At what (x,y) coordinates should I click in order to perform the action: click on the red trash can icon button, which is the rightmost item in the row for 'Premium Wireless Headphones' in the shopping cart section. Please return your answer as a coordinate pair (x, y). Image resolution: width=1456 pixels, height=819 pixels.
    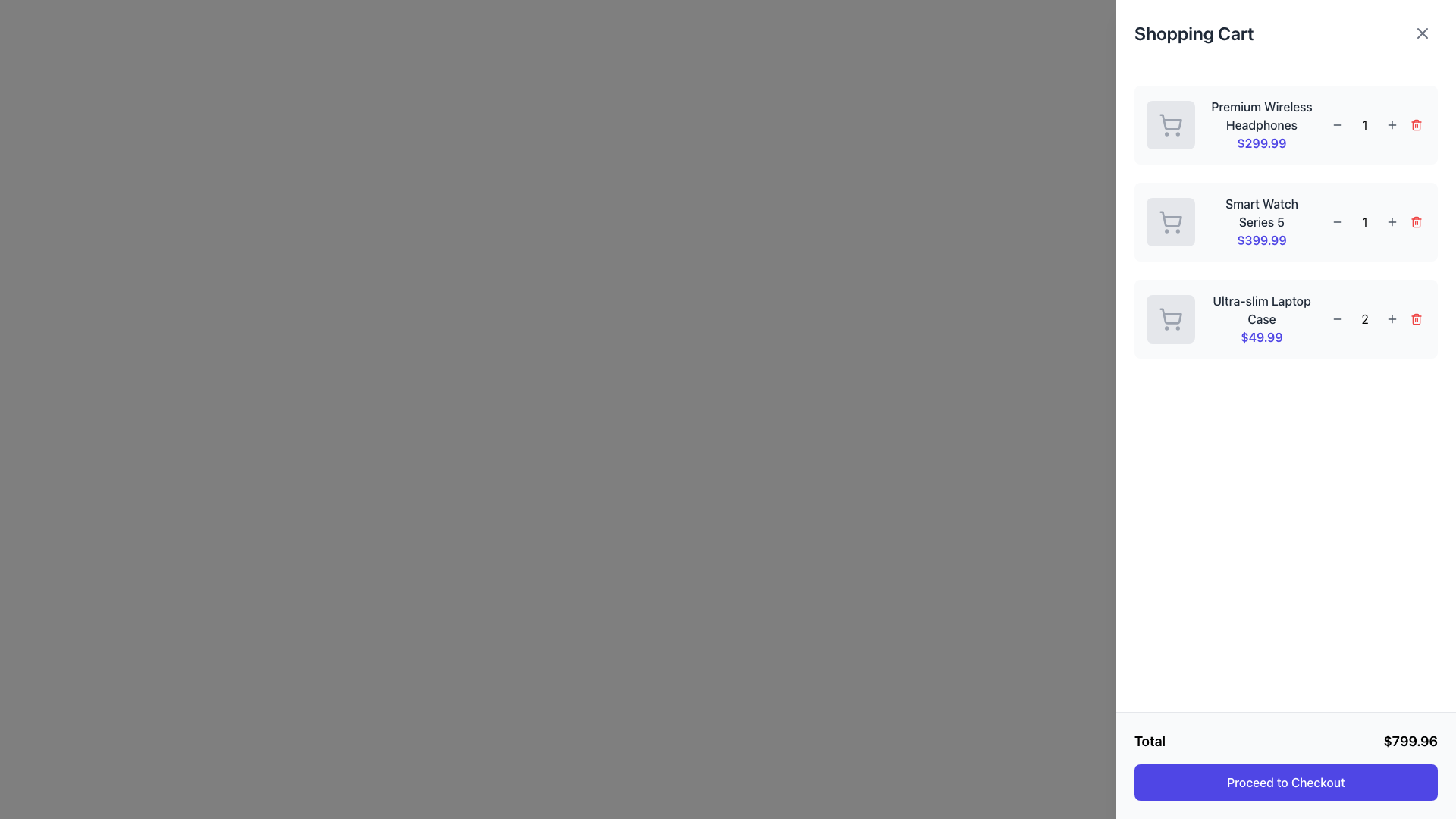
    Looking at the image, I should click on (1415, 124).